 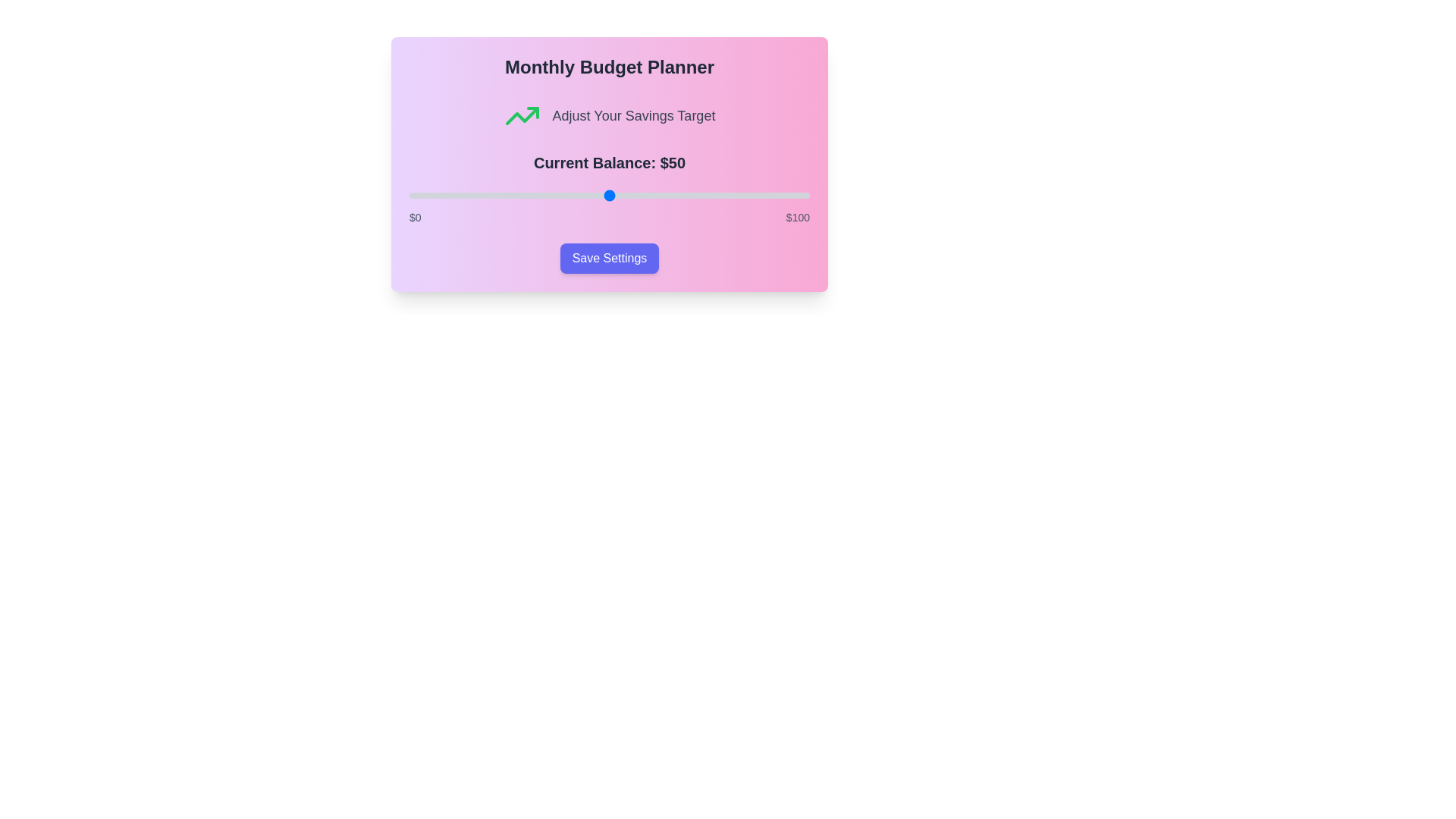 What do you see at coordinates (489, 195) in the screenshot?
I see `the slider to set the balance to 20 value` at bounding box center [489, 195].